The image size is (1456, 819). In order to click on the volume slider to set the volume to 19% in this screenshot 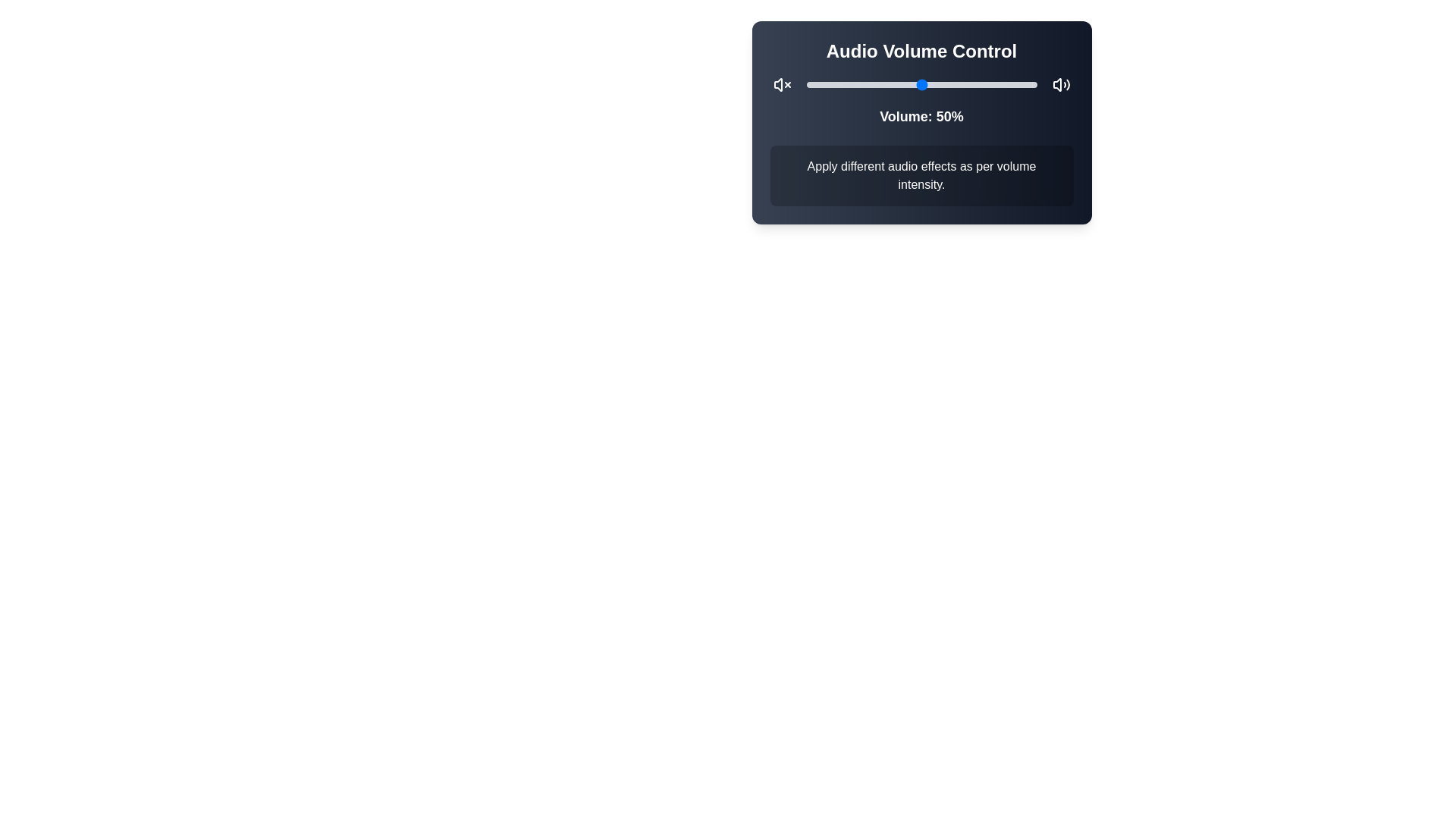, I will do `click(850, 84)`.